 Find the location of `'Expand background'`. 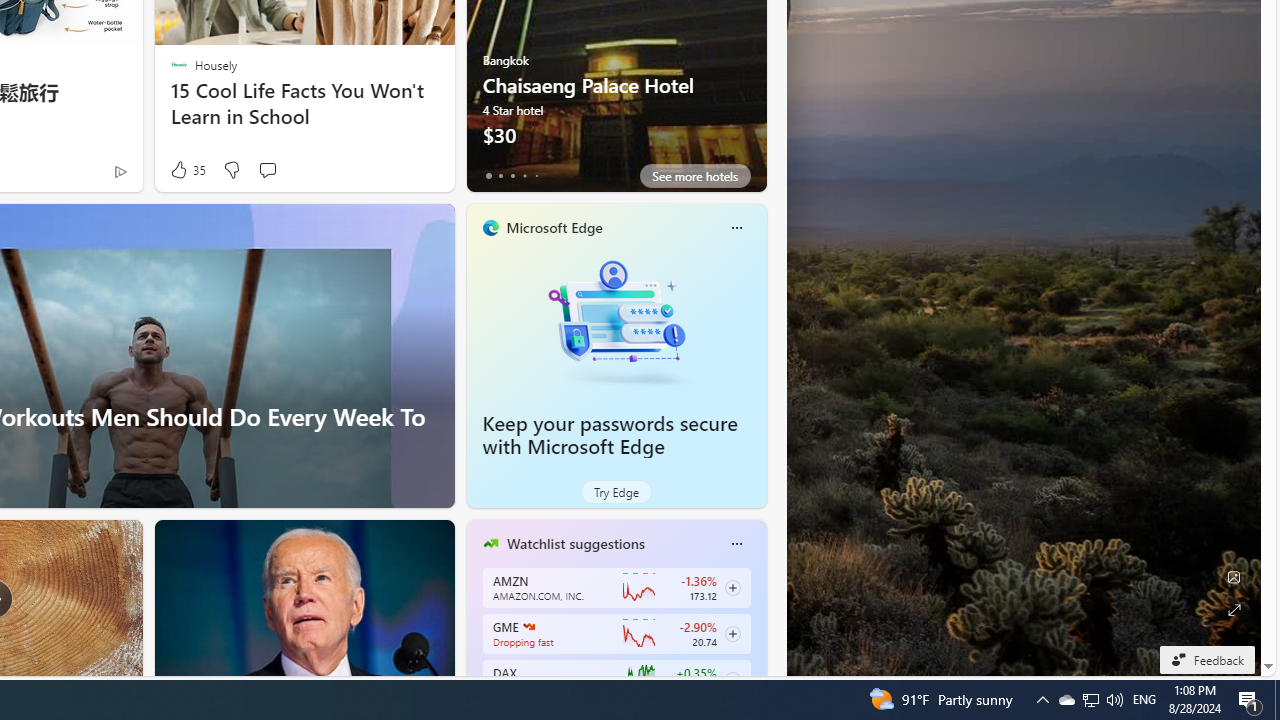

'Expand background' is located at coordinates (1232, 609).